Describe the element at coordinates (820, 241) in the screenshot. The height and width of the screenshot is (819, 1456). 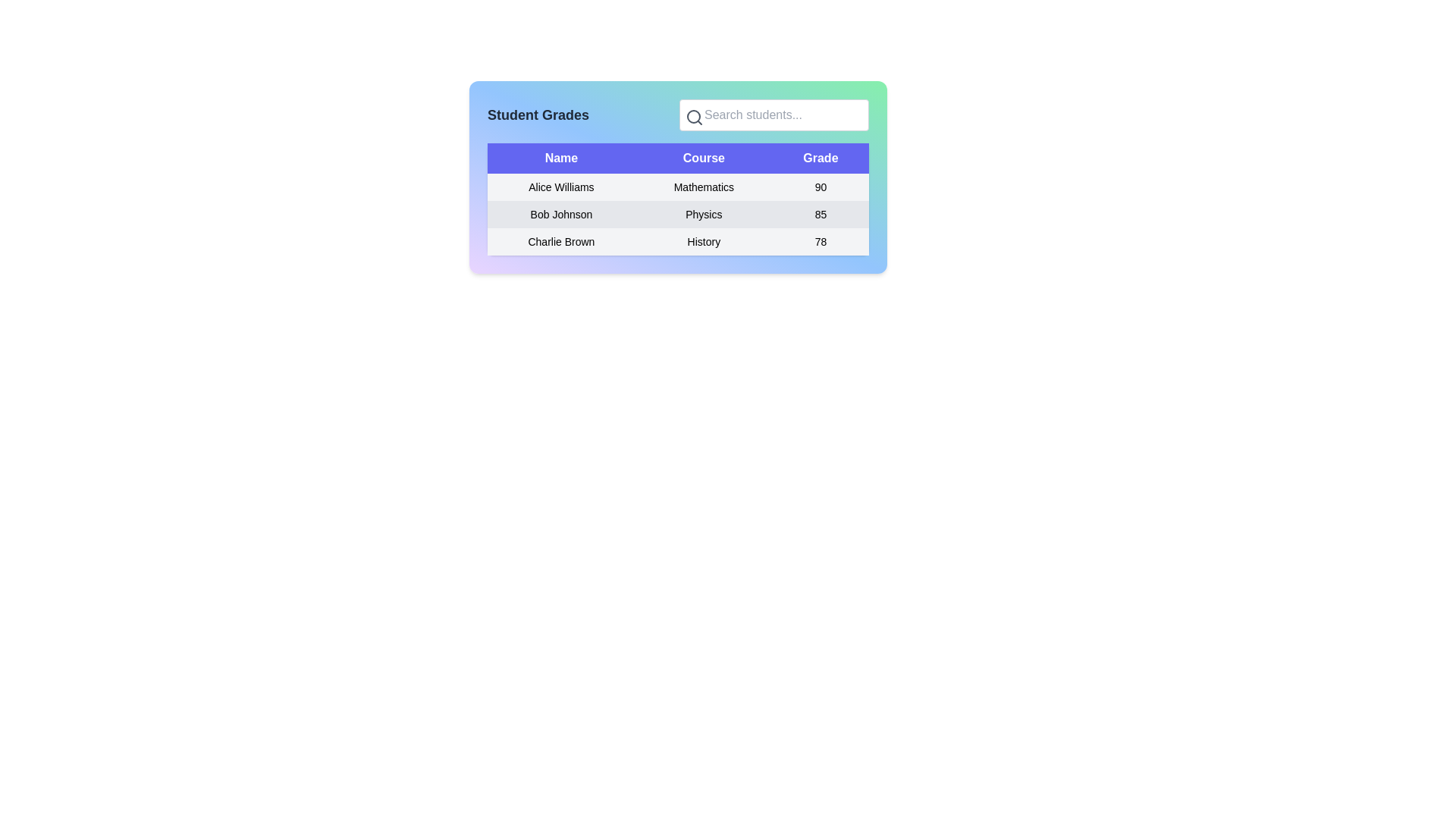
I see `the text displaying the grade '78' for 'Charlie Brown' in the 'History' course, located in the 'Grade' column of the table` at that location.